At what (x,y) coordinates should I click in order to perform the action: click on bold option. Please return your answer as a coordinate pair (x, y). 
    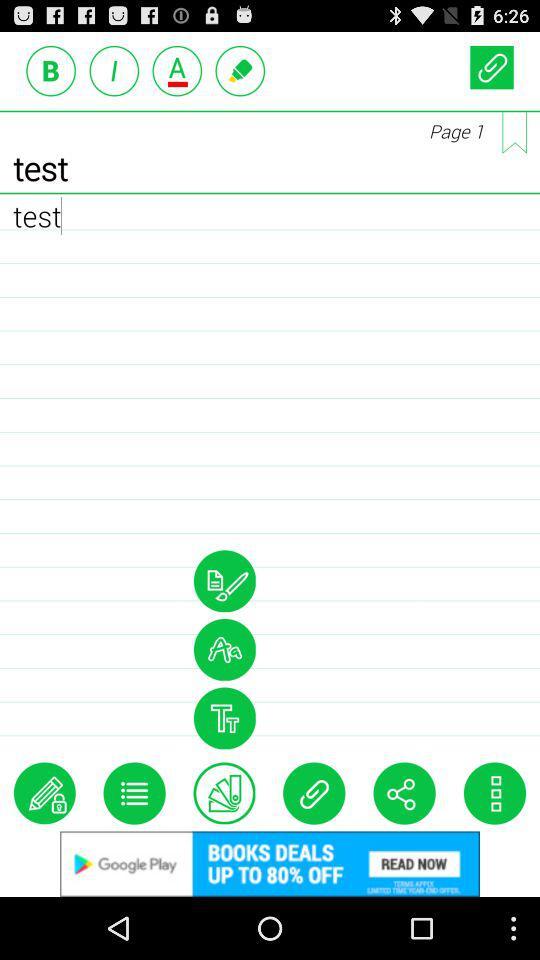
    Looking at the image, I should click on (51, 70).